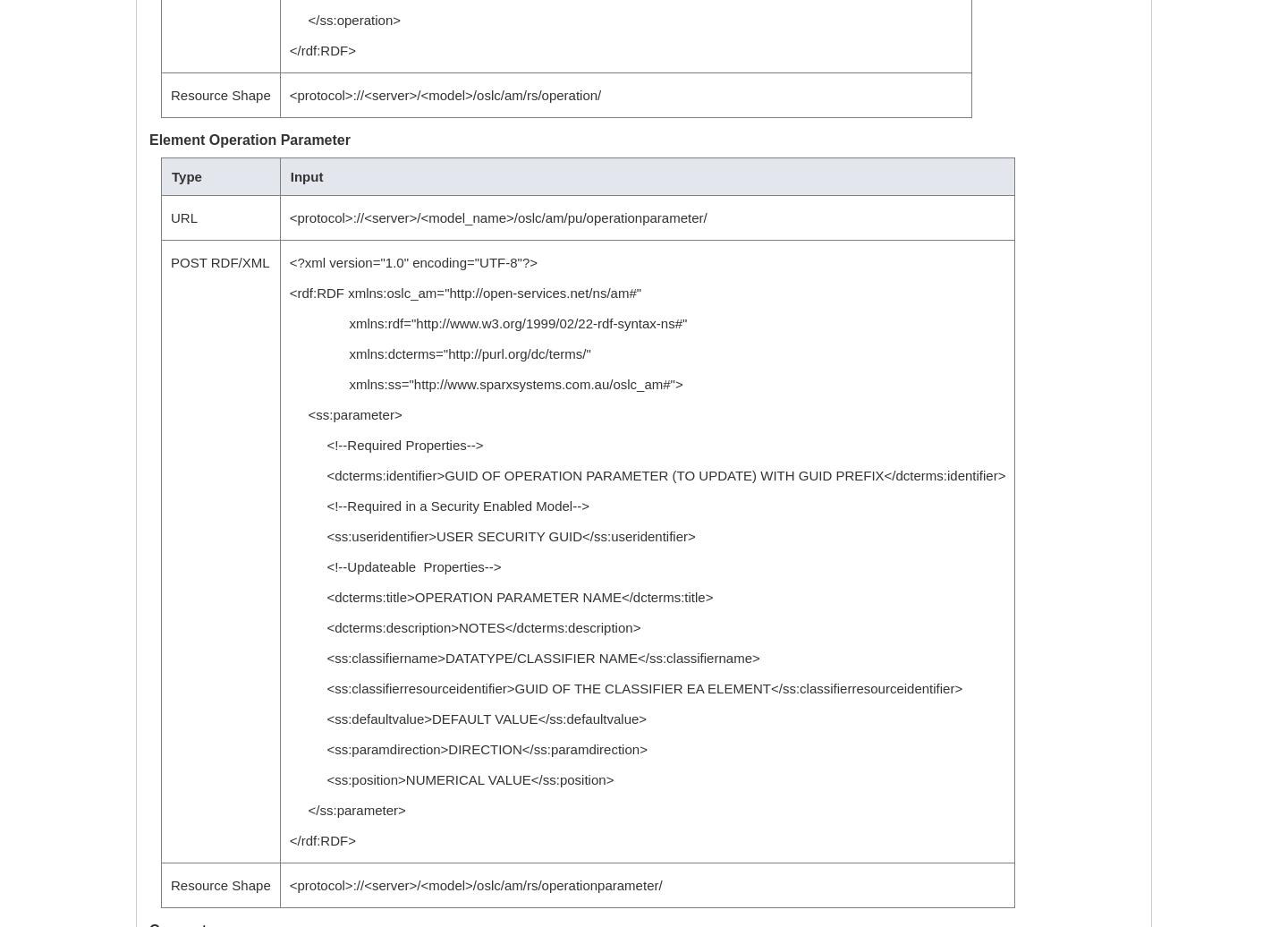 Image resolution: width=1288 pixels, height=927 pixels. Describe the element at coordinates (306, 176) in the screenshot. I see `'Input'` at that location.